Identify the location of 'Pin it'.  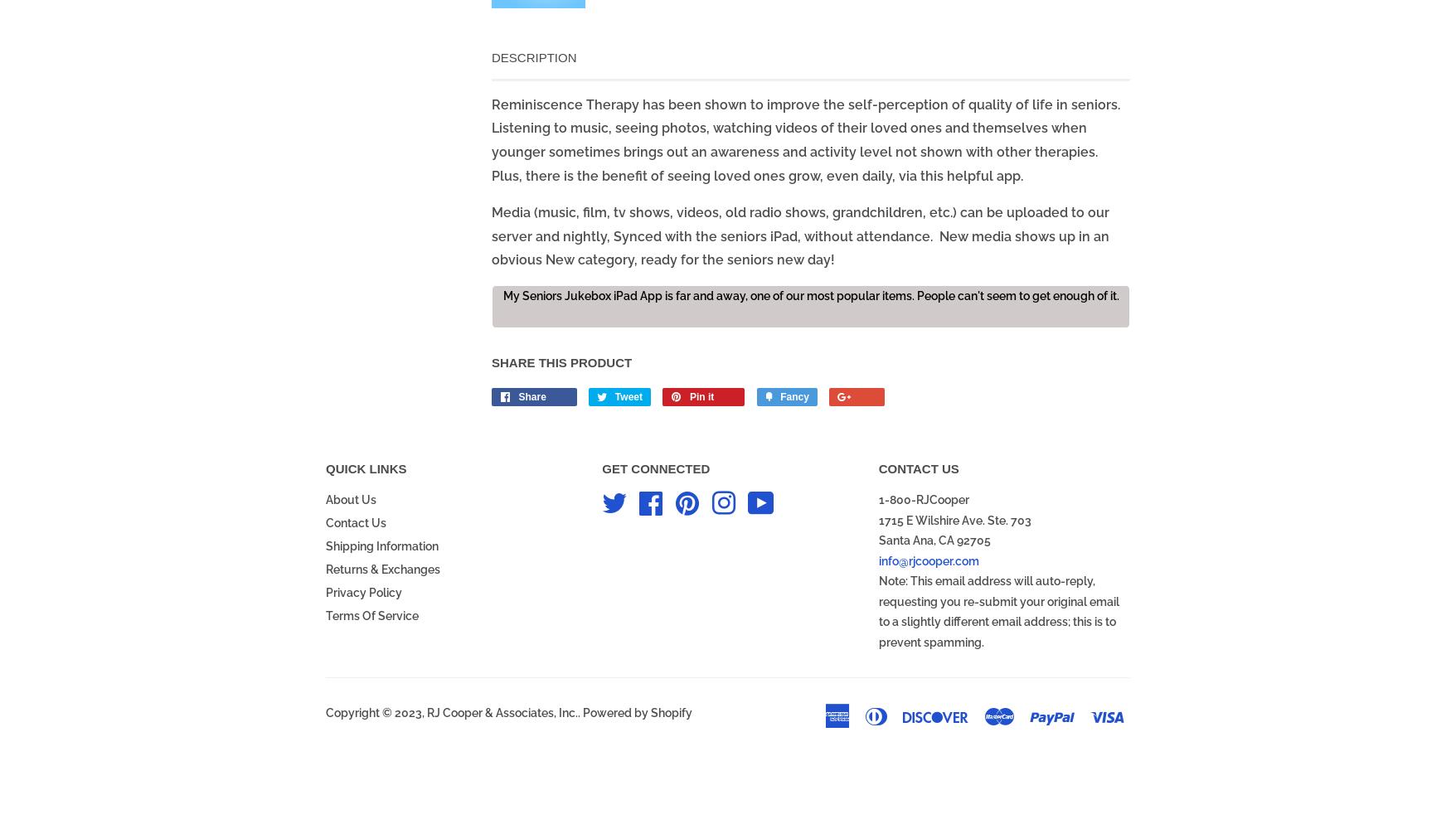
(701, 396).